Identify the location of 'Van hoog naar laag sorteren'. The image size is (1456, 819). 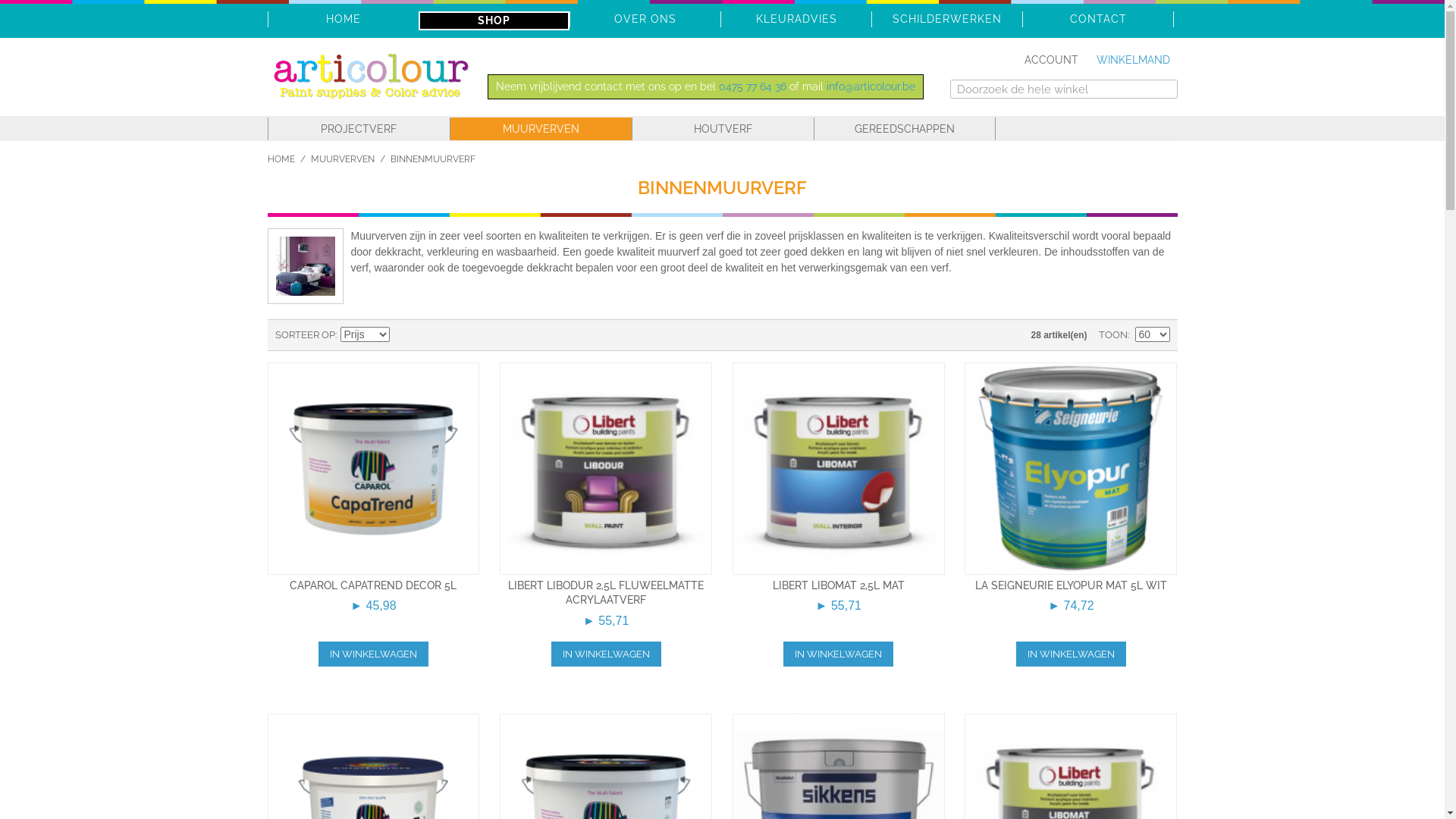
(403, 334).